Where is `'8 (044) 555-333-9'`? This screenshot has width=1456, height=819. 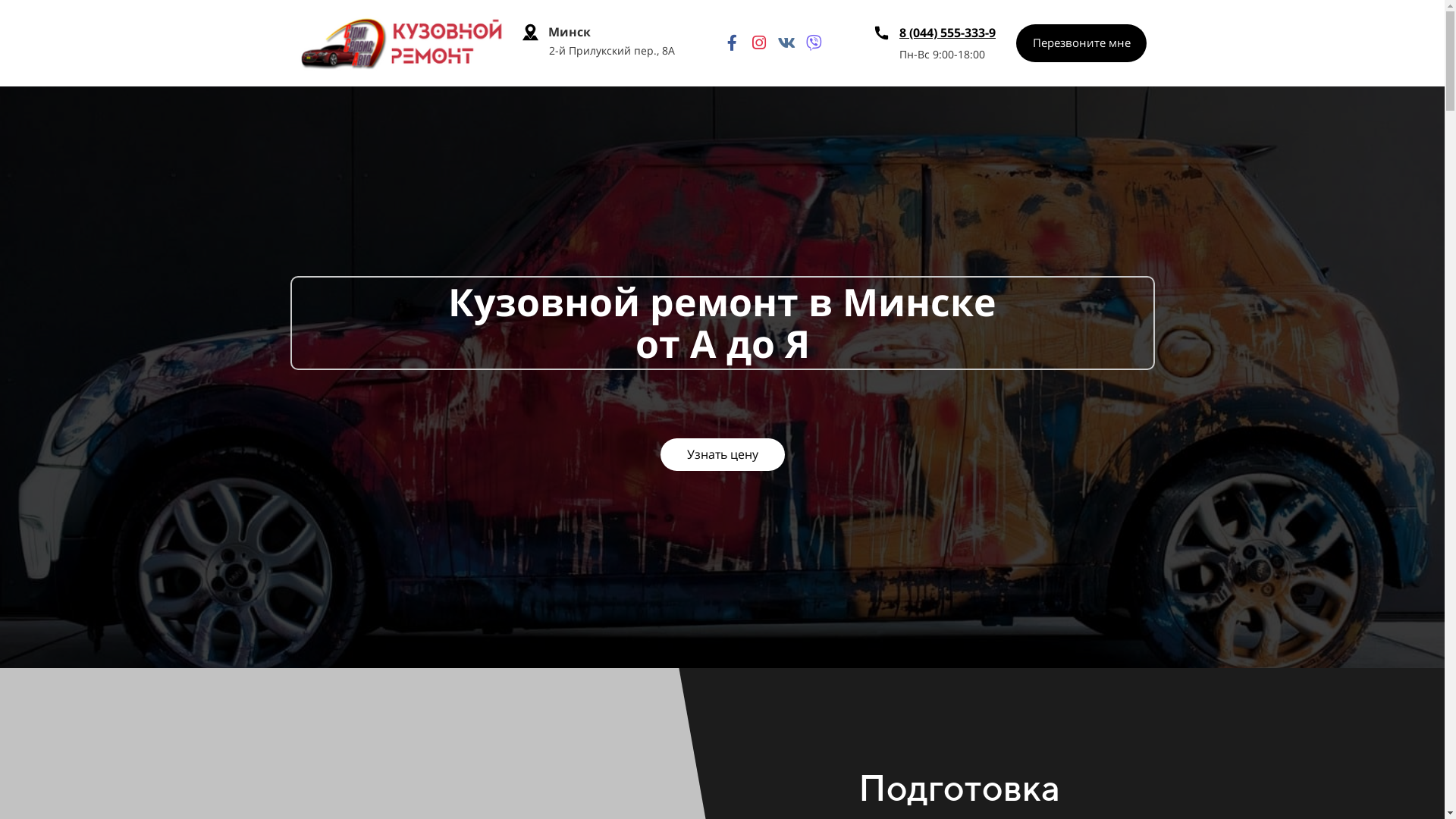
'8 (044) 555-333-9' is located at coordinates (946, 32).